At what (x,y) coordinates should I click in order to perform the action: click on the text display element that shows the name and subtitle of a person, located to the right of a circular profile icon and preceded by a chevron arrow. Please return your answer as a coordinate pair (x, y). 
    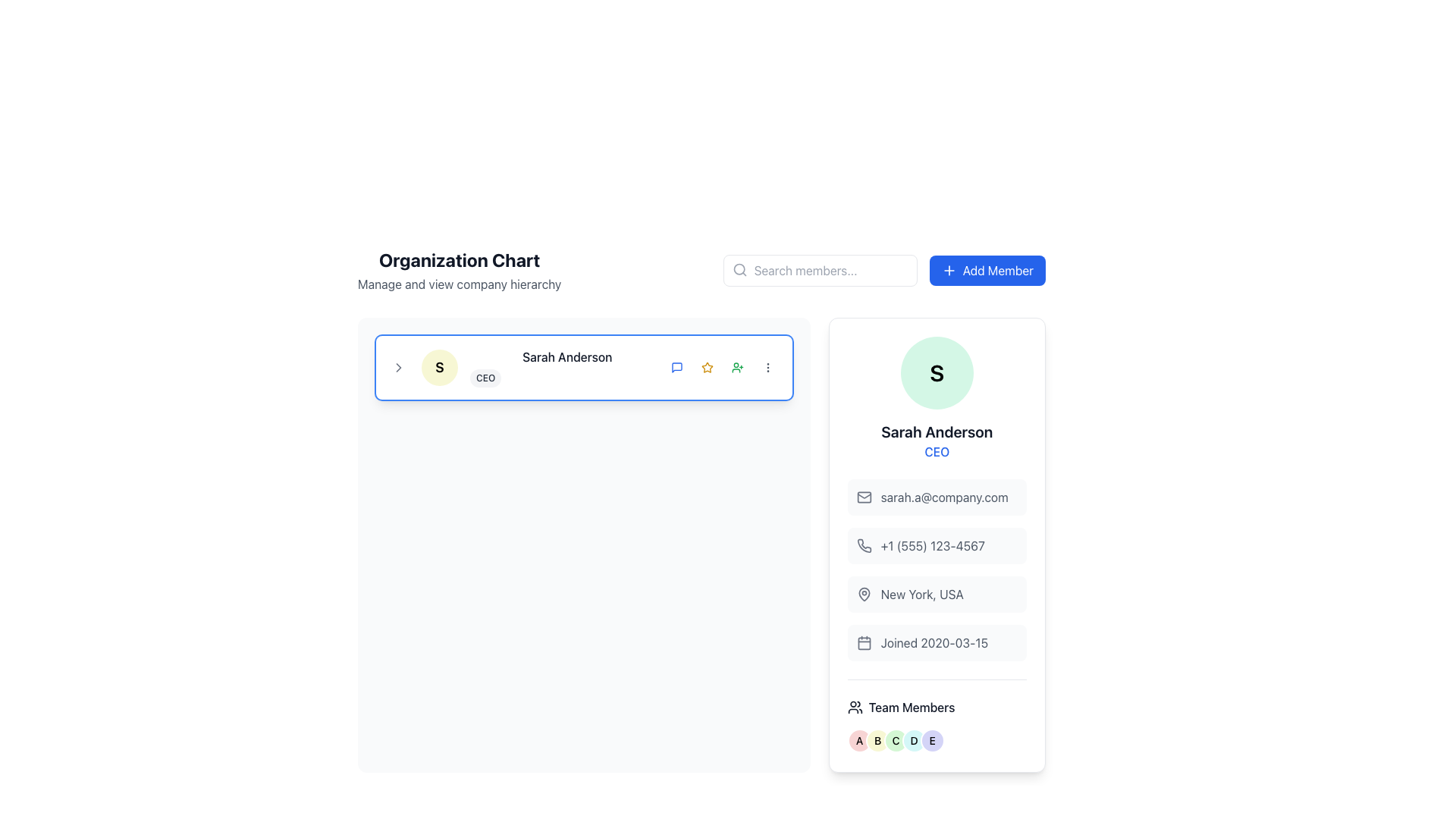
    Looking at the image, I should click on (583, 368).